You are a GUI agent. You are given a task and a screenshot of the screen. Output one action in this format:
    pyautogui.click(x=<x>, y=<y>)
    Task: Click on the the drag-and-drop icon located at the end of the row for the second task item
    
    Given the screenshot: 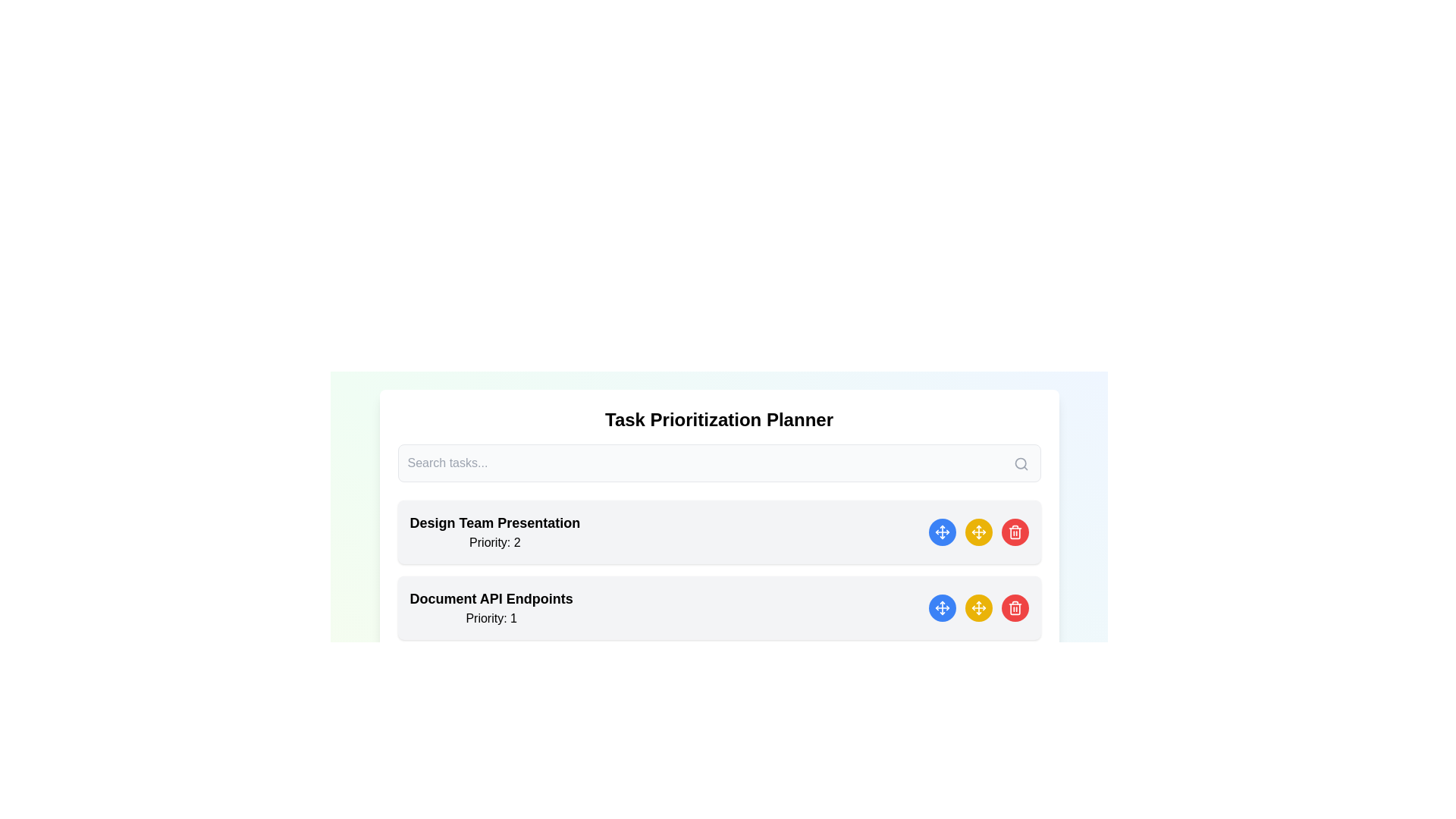 What is the action you would take?
    pyautogui.click(x=941, y=607)
    